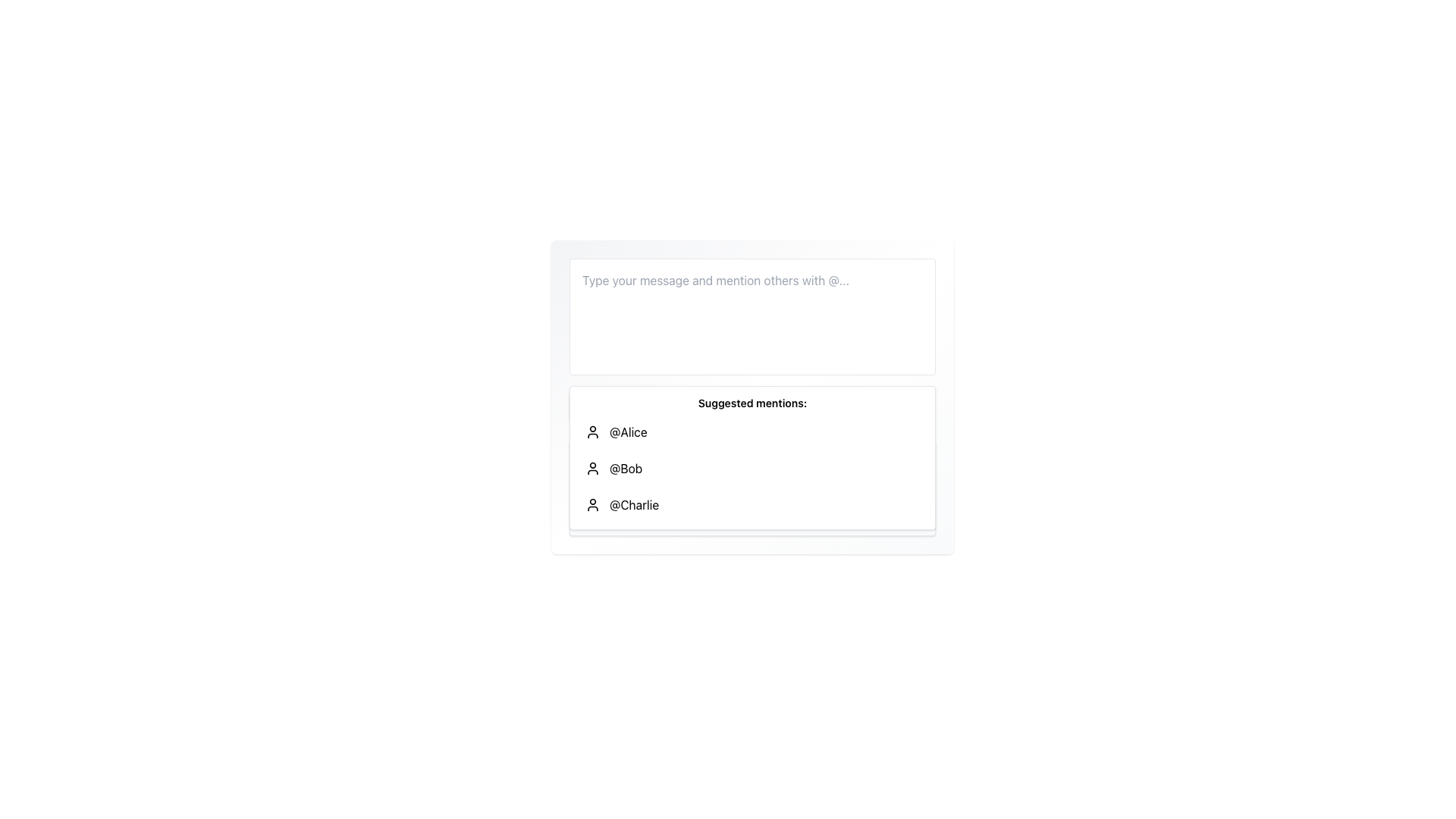 Image resolution: width=1456 pixels, height=819 pixels. What do you see at coordinates (628, 432) in the screenshot?
I see `the text label representing the suggestion '@Alice' in the dropdown list` at bounding box center [628, 432].